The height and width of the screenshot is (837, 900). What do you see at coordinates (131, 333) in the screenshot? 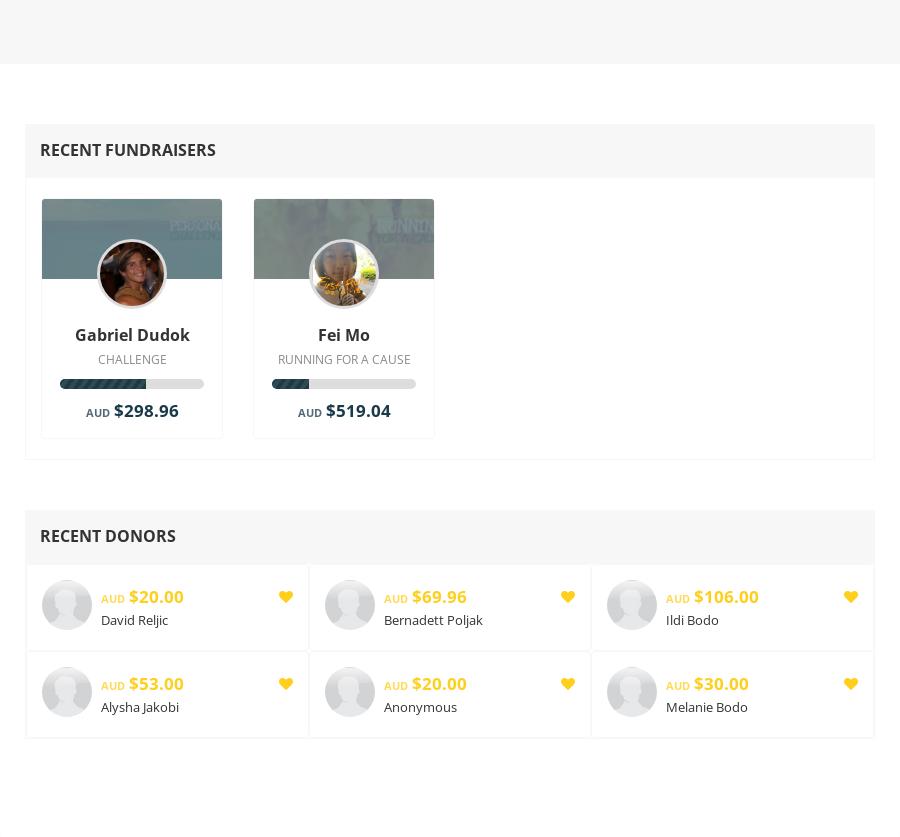
I see `'Gabriel Dudok'` at bounding box center [131, 333].